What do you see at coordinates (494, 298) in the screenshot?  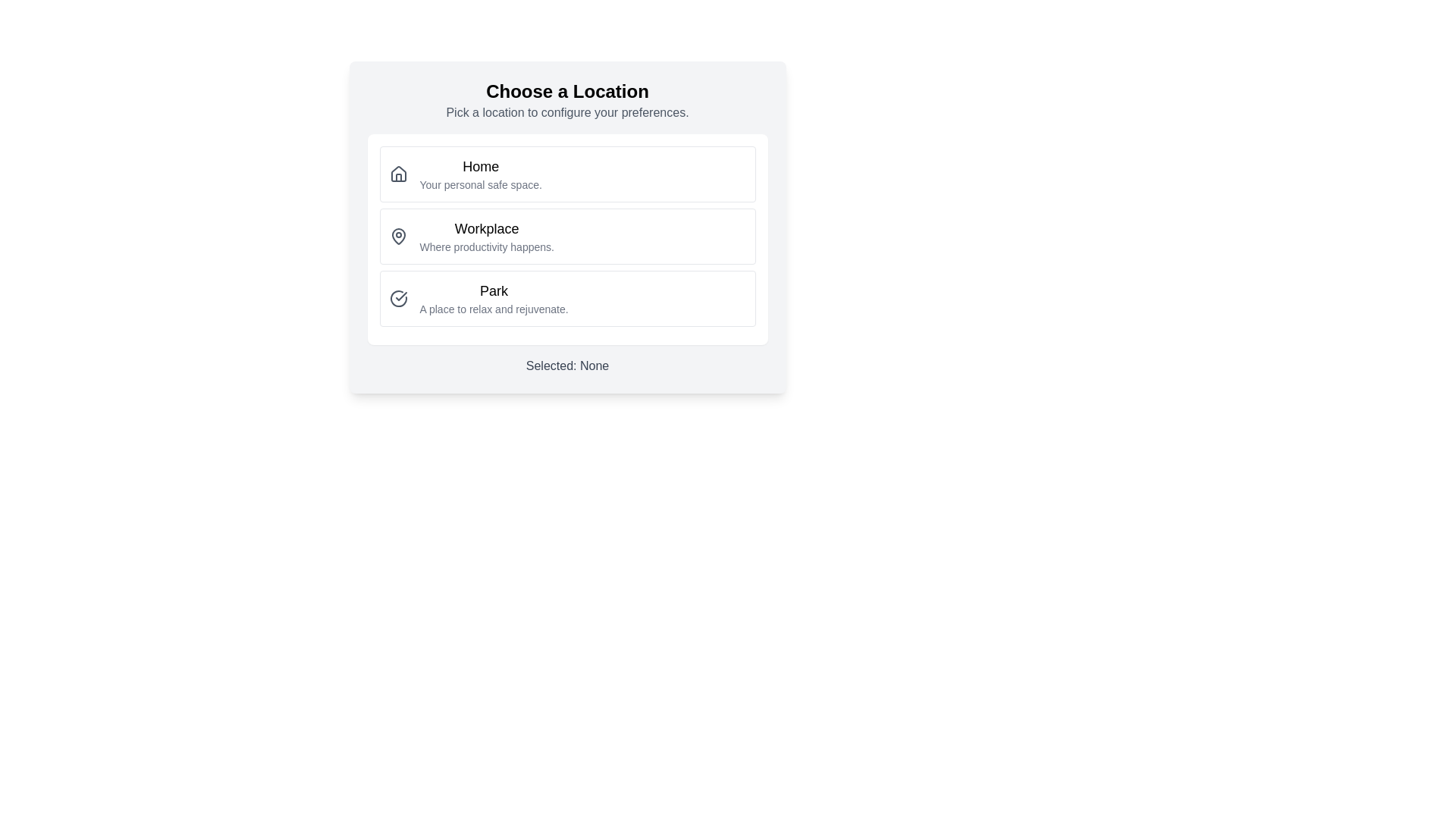 I see `the 'Park' text block, which is the third option in a vertical list below 'Home' and 'Workplace'` at bounding box center [494, 298].